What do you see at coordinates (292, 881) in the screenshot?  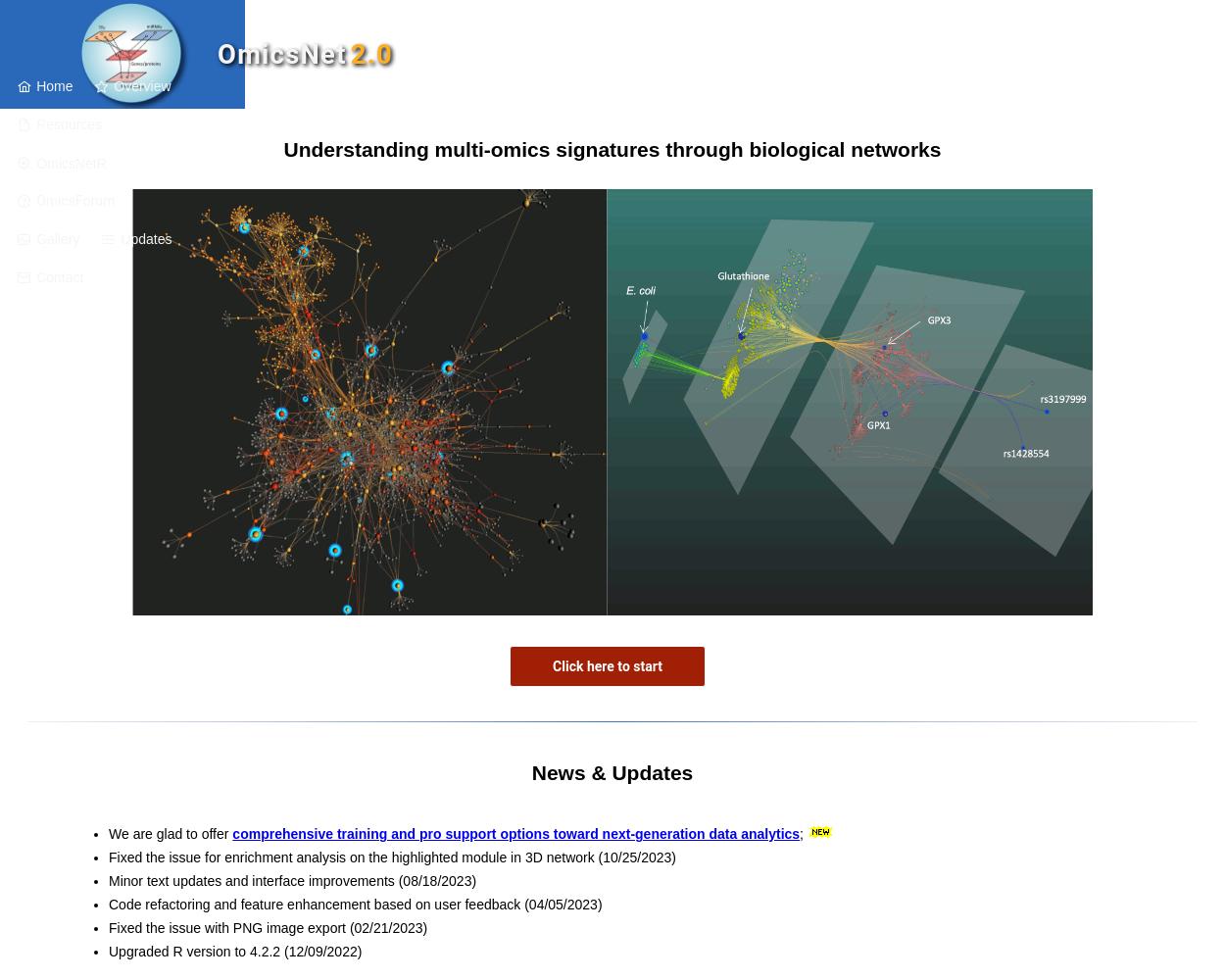 I see `'Minor text updates and interface improvements  (08/18/2023)'` at bounding box center [292, 881].